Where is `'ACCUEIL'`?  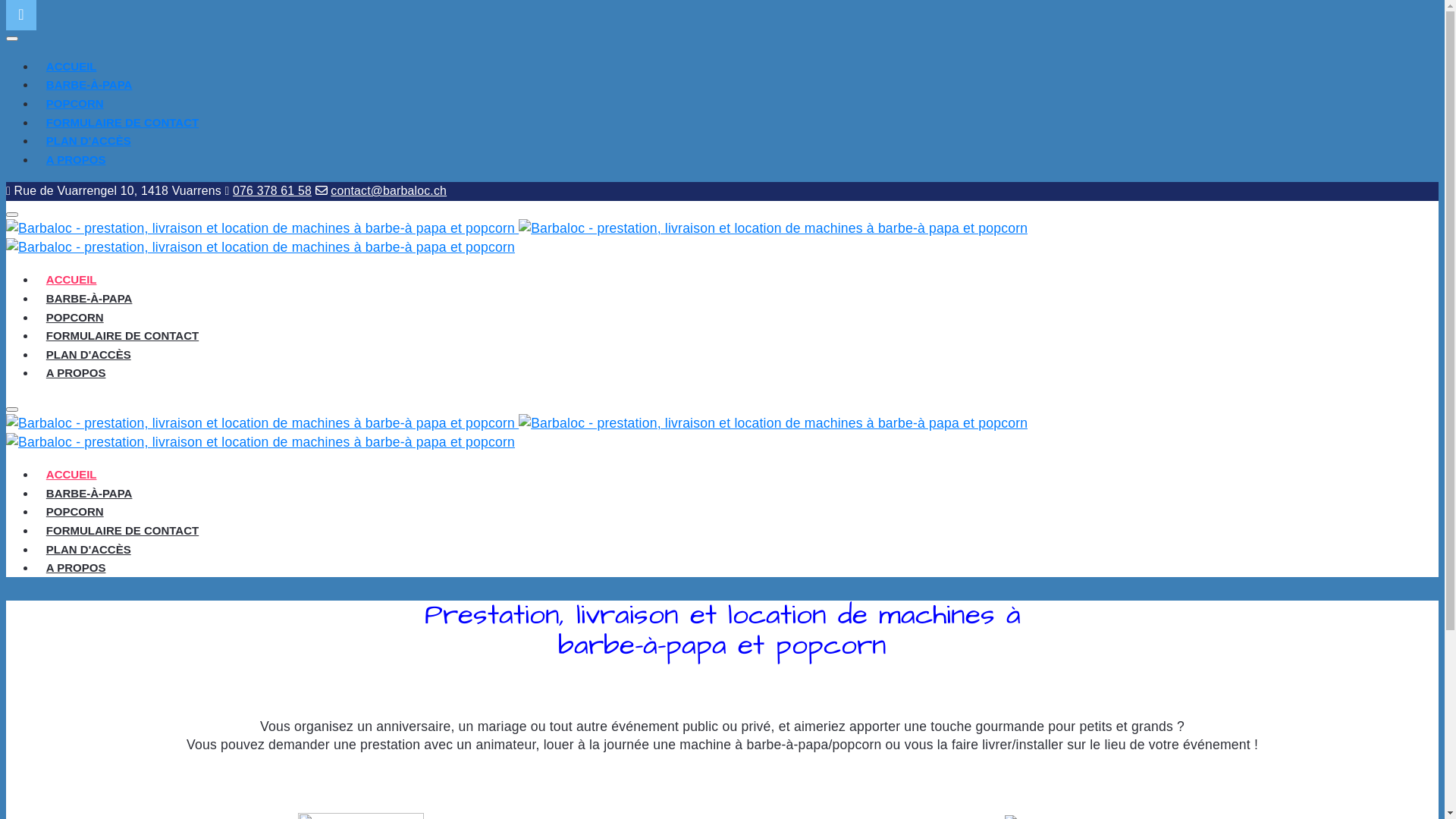
'ACCUEIL' is located at coordinates (36, 279).